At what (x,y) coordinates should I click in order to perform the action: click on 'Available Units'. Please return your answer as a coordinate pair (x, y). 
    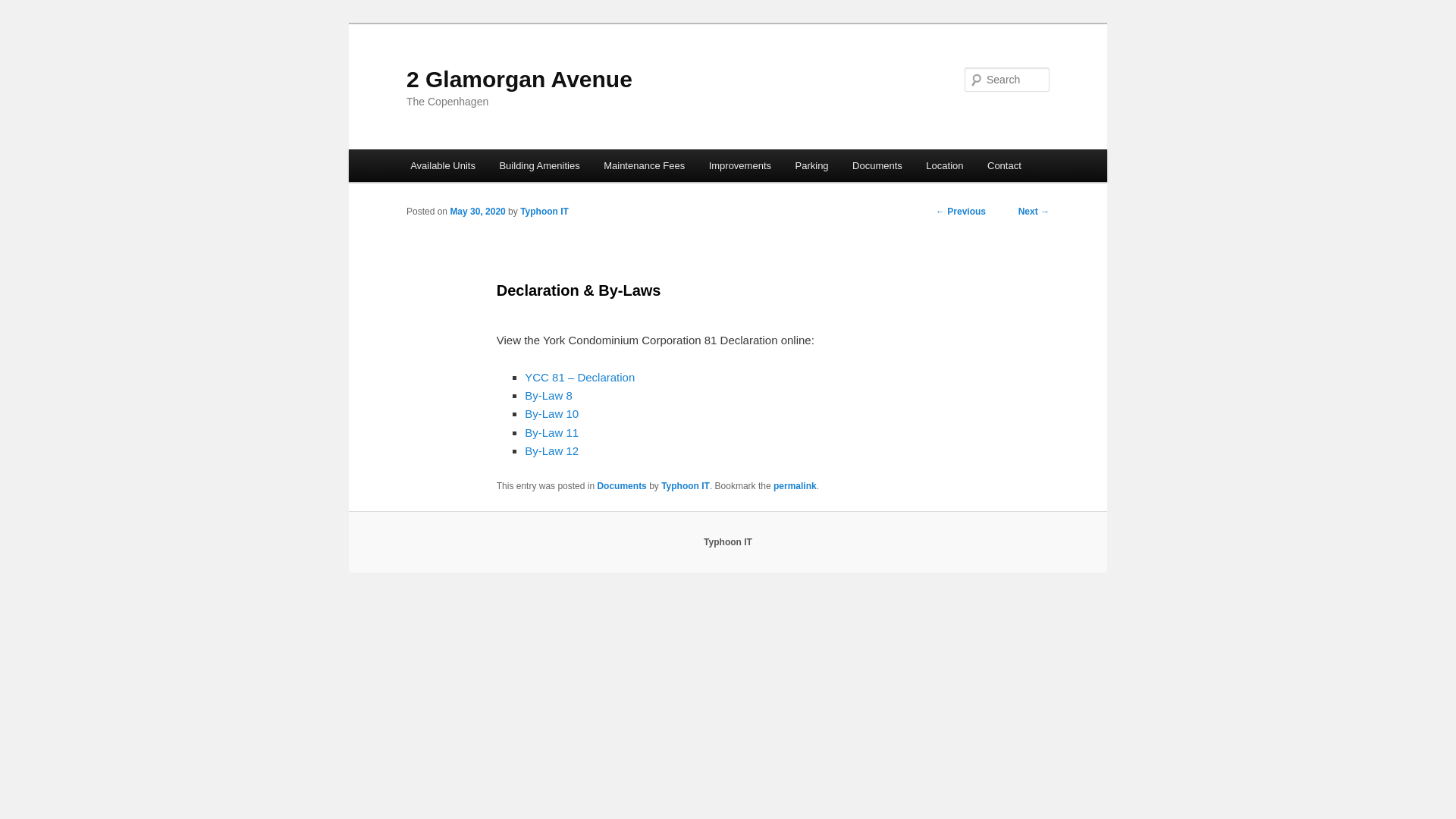
    Looking at the image, I should click on (441, 165).